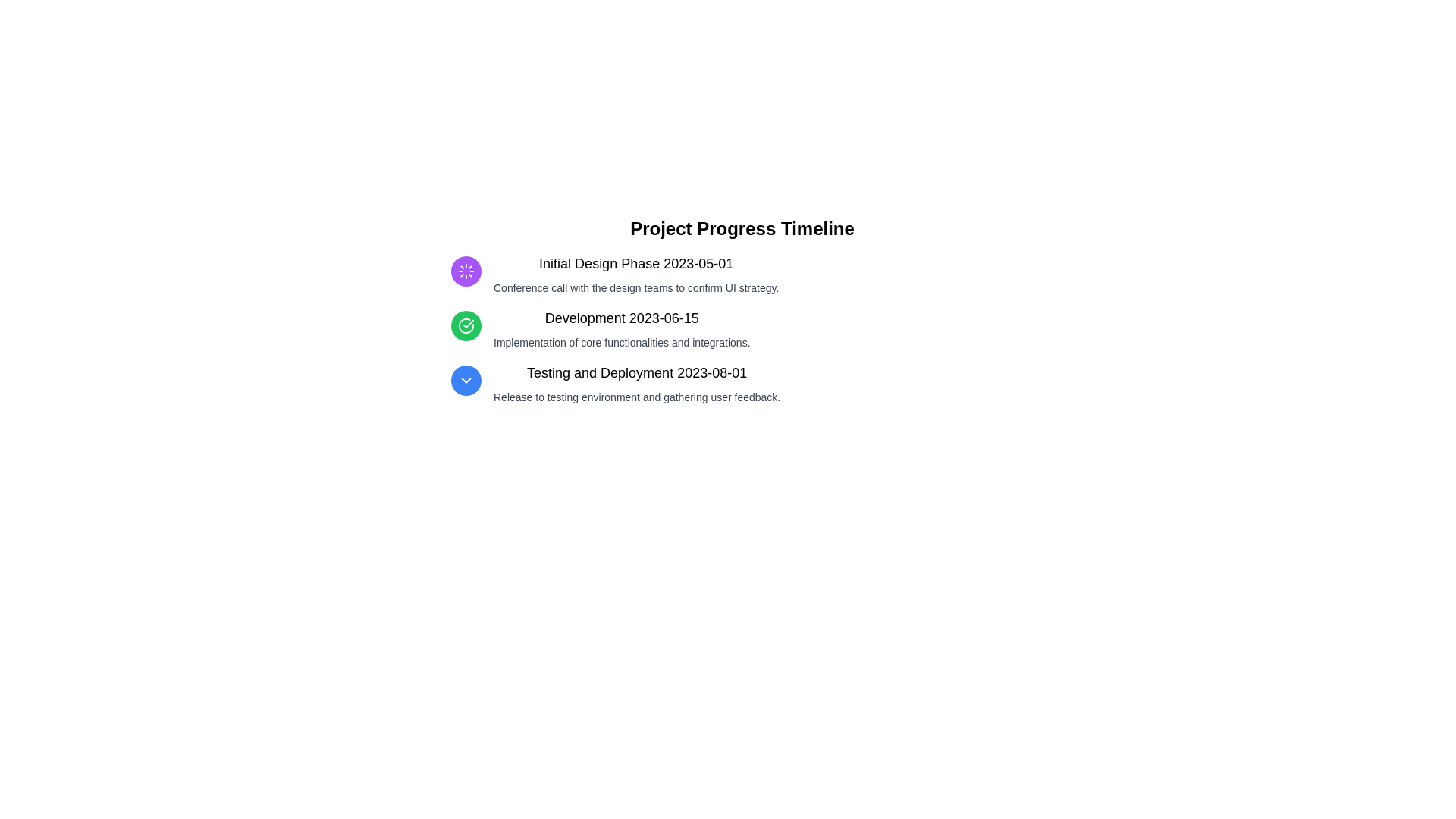 The width and height of the screenshot is (1456, 819). I want to click on the Text Block displaying 'Testing and Deployment 2023-08-01' and 'Release to testing environment and gathering user feedback.' located towards the center-right of the interface, so click(637, 382).